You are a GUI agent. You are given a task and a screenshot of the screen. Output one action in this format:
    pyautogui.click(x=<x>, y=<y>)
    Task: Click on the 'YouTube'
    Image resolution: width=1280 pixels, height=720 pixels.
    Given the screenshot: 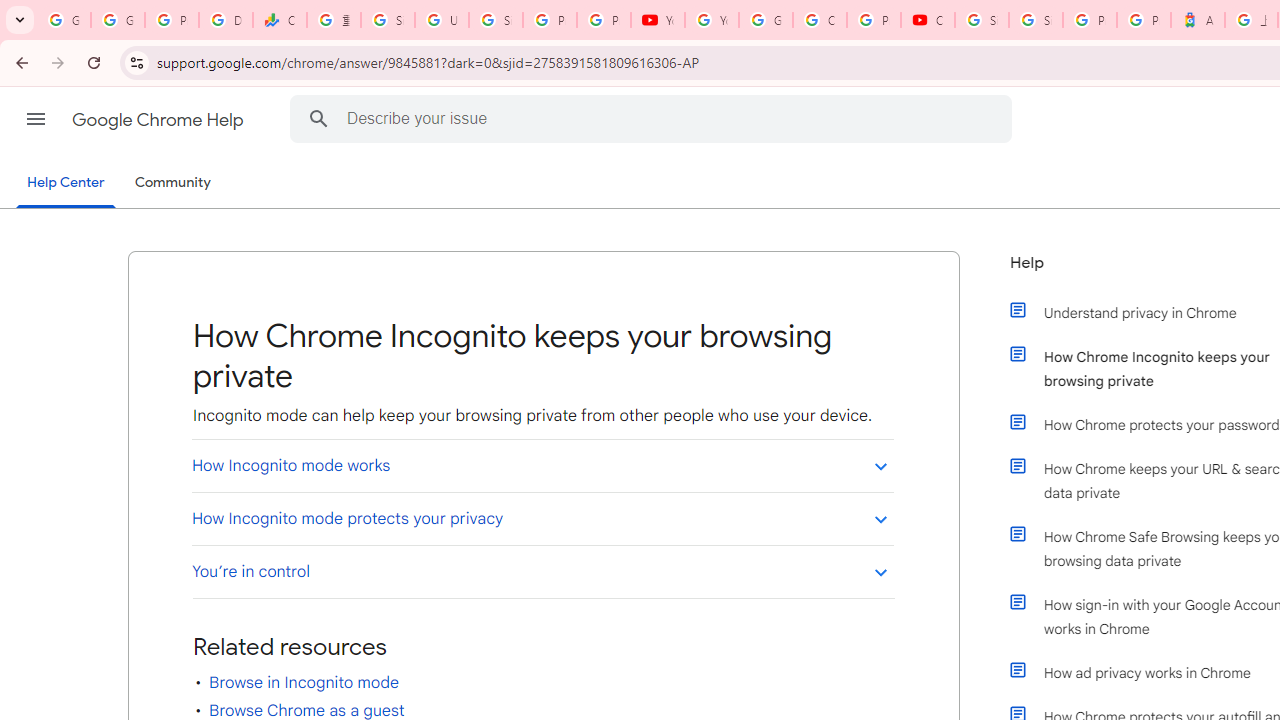 What is the action you would take?
    pyautogui.click(x=657, y=20)
    